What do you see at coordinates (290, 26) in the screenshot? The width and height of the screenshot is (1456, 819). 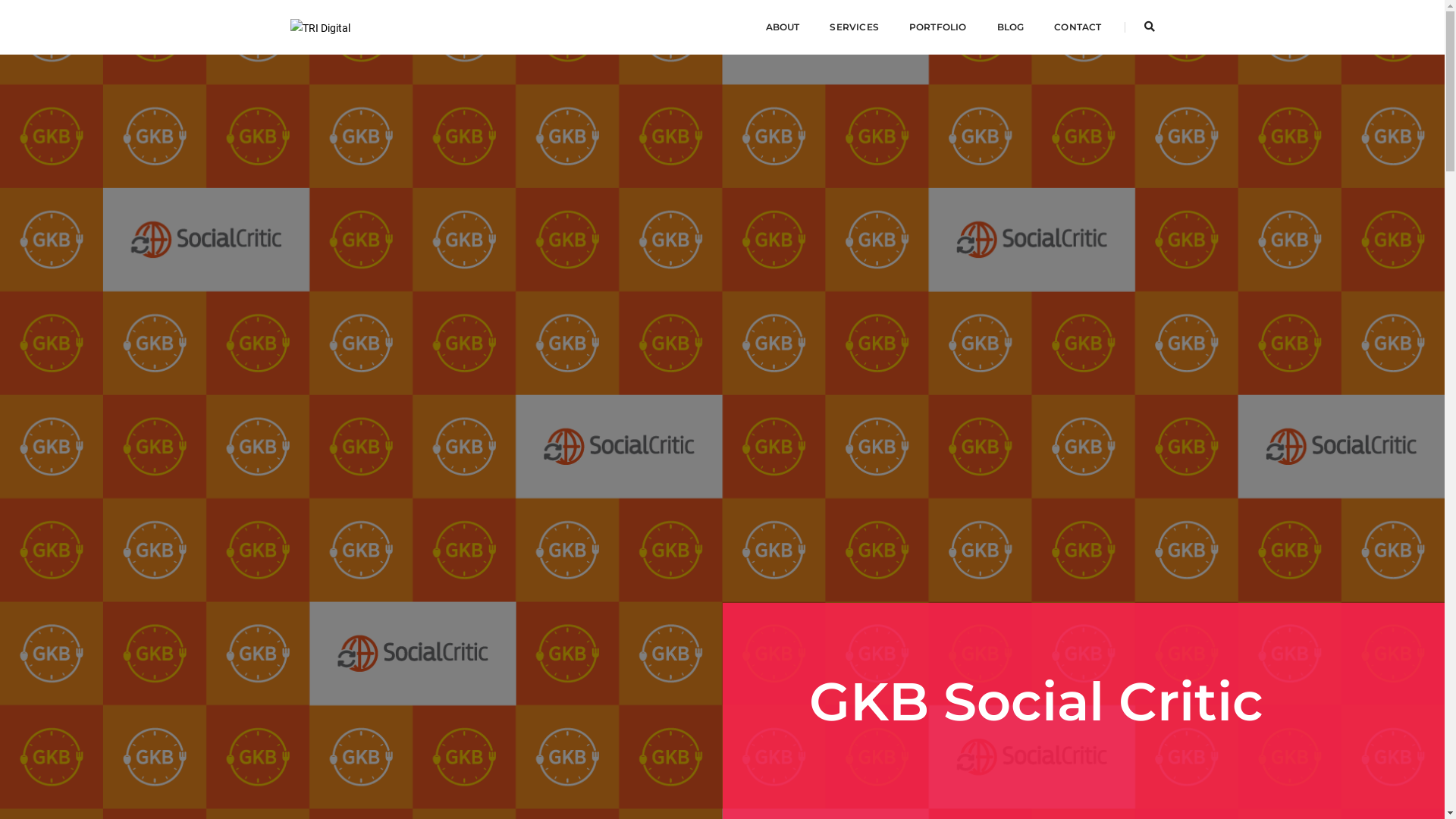 I see `'TRI Digital'` at bounding box center [290, 26].